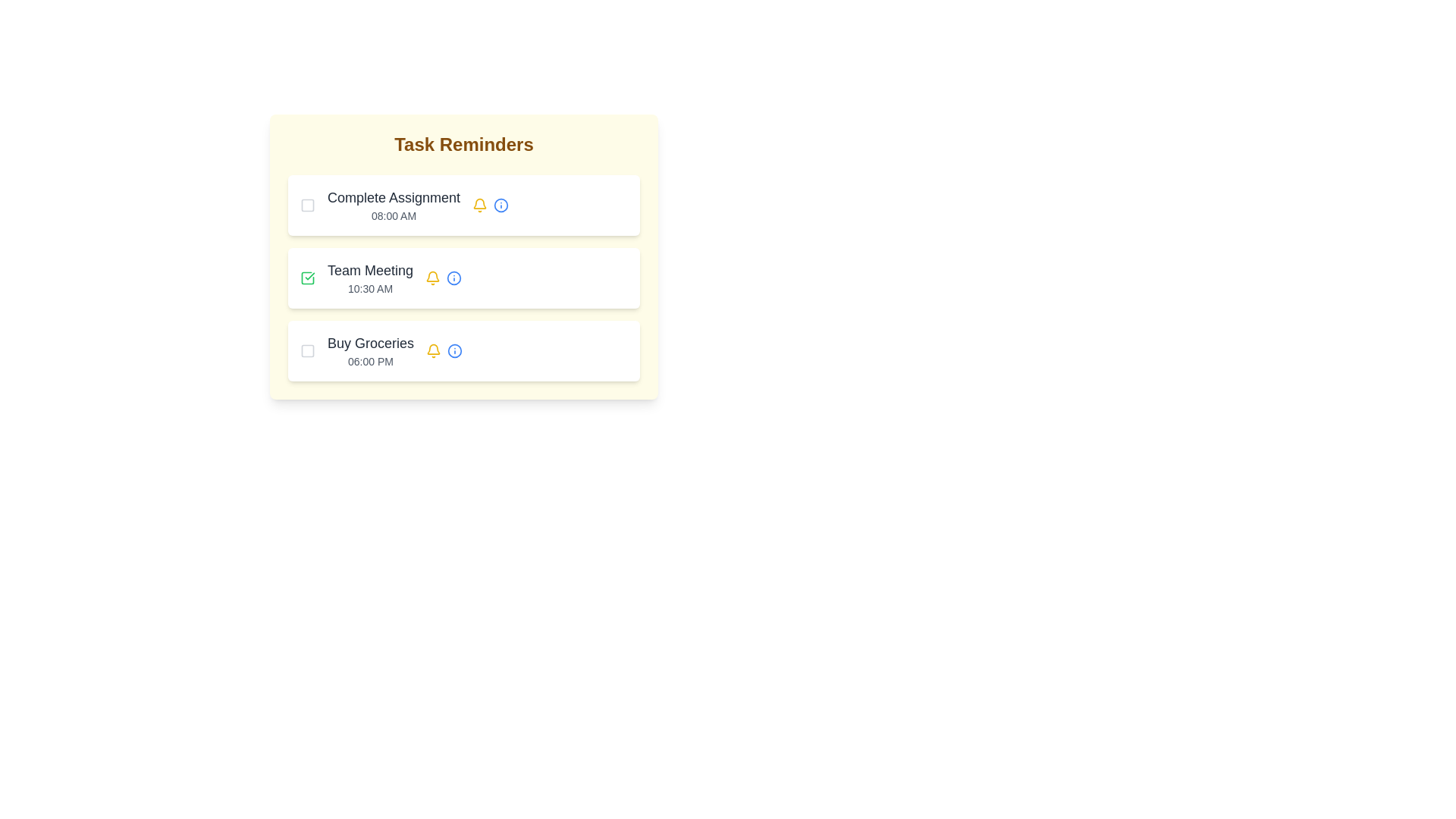 This screenshot has width=1456, height=819. Describe the element at coordinates (443, 350) in the screenshot. I see `the yellow bell icon located on the right side of the 'Buy Groceries' task row in the task reminder list` at that location.